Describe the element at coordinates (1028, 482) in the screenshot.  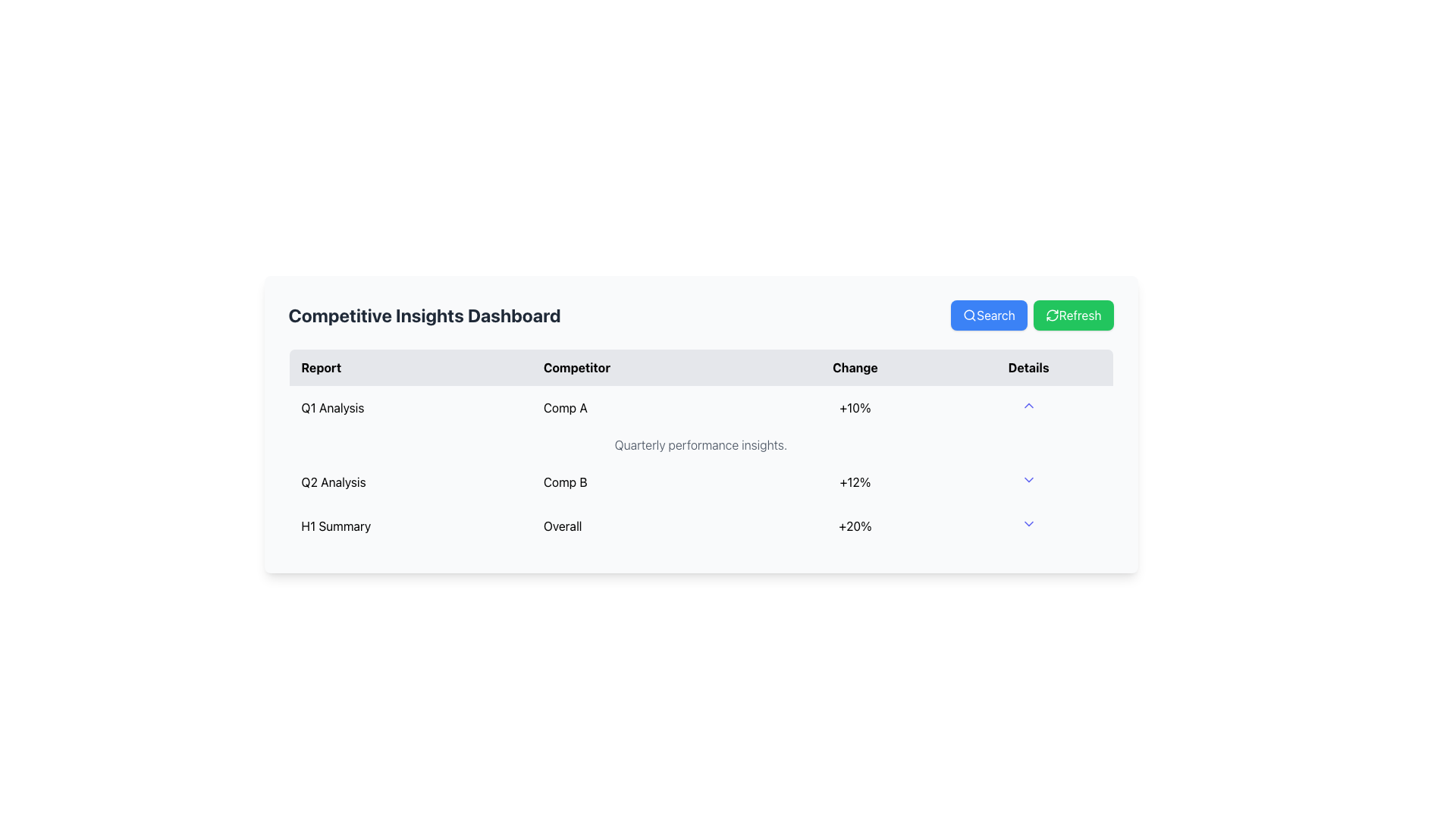
I see `the downward-pointing chevron arrow icon in the 'Details' column under the 'Q2 Analysis' and 'Comp B' row` at that location.